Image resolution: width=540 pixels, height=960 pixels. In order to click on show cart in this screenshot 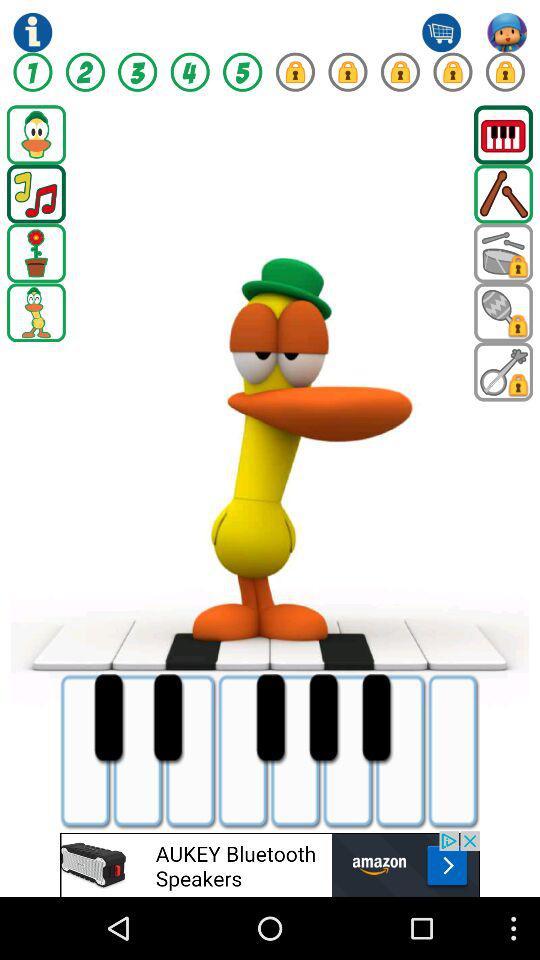, I will do `click(441, 31)`.